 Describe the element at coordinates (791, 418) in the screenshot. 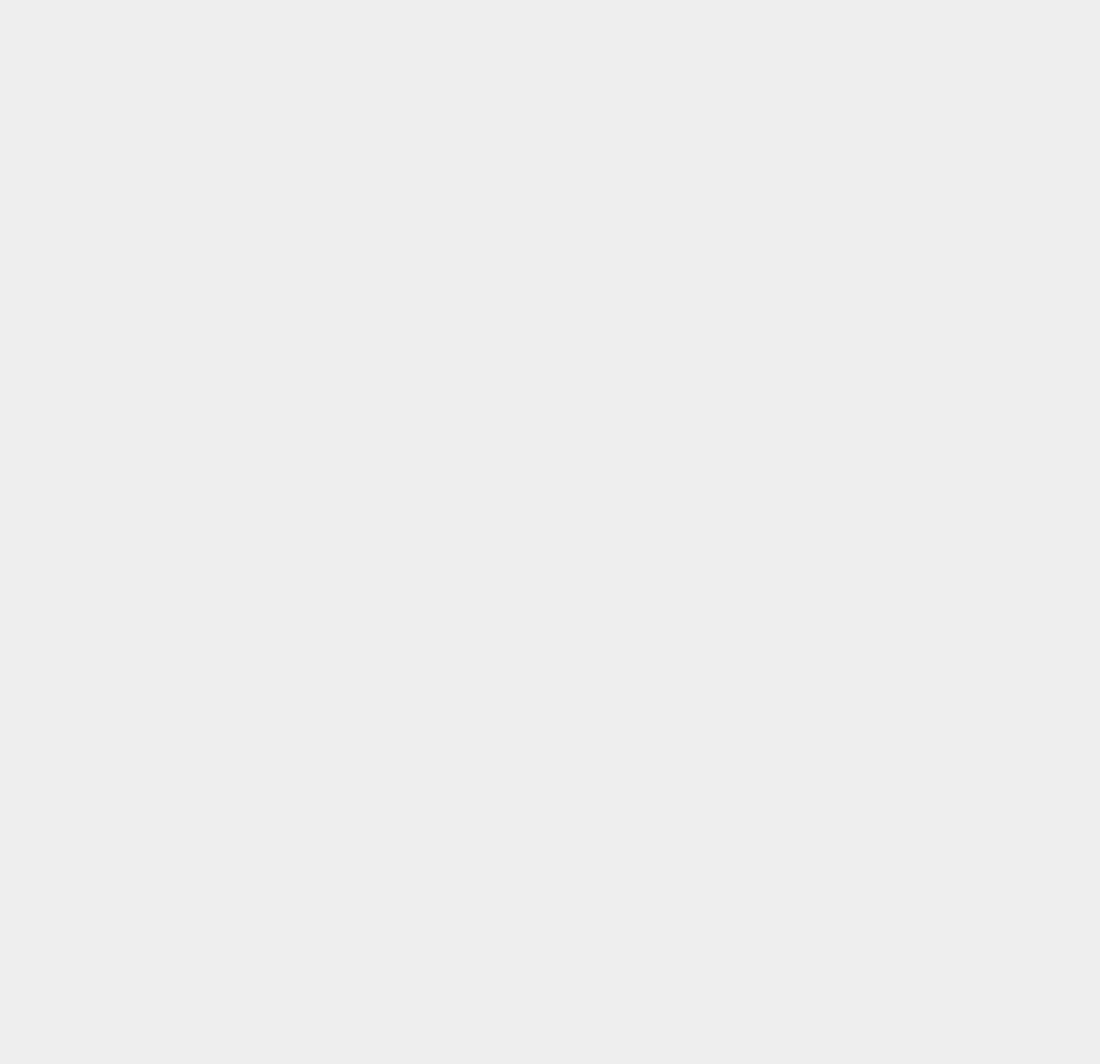

I see `'Web'` at that location.